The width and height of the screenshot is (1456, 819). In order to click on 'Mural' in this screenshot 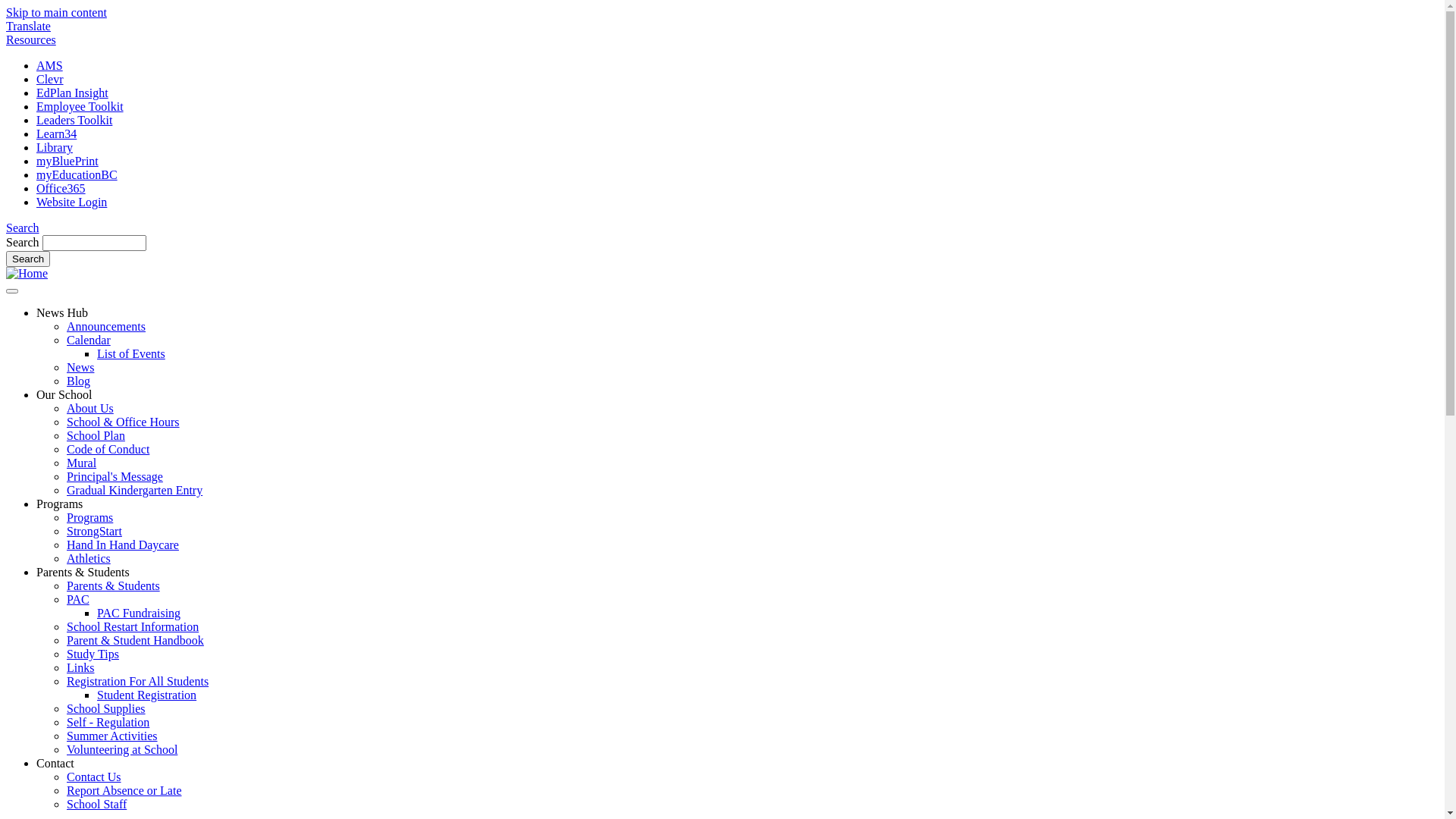, I will do `click(80, 462)`.